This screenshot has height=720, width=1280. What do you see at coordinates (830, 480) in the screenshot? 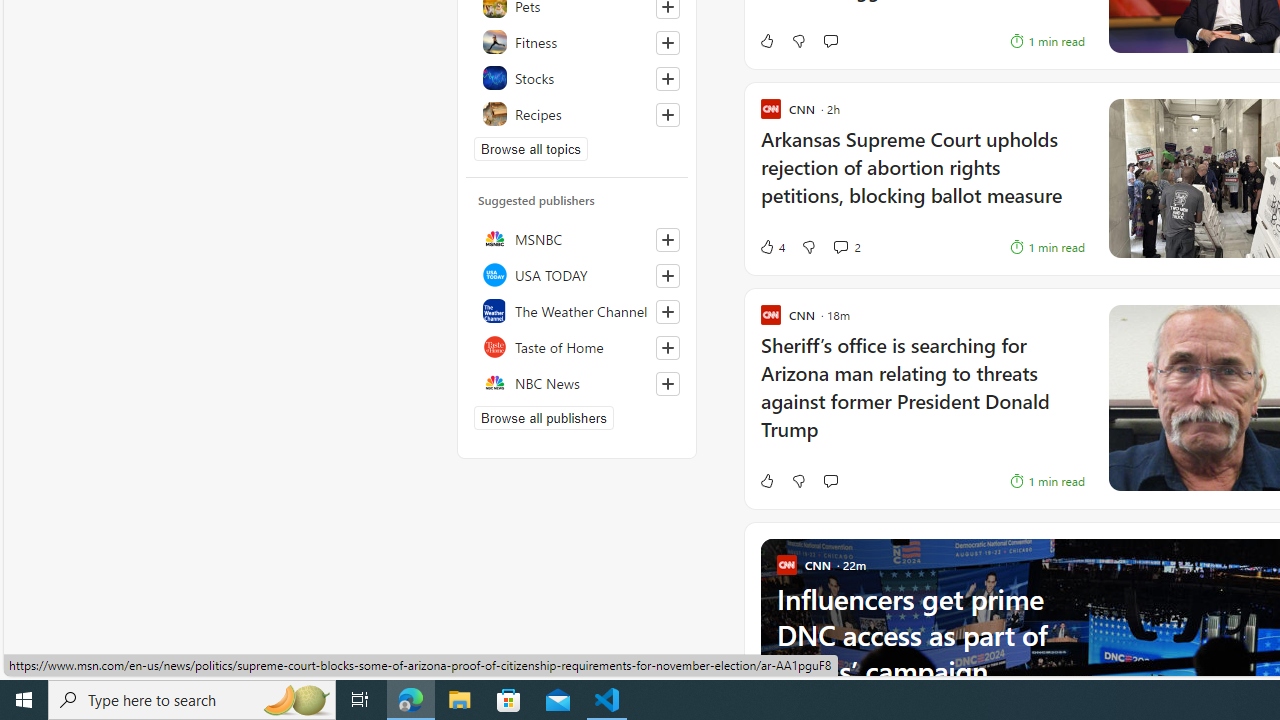
I see `'Start the conversation'` at bounding box center [830, 480].